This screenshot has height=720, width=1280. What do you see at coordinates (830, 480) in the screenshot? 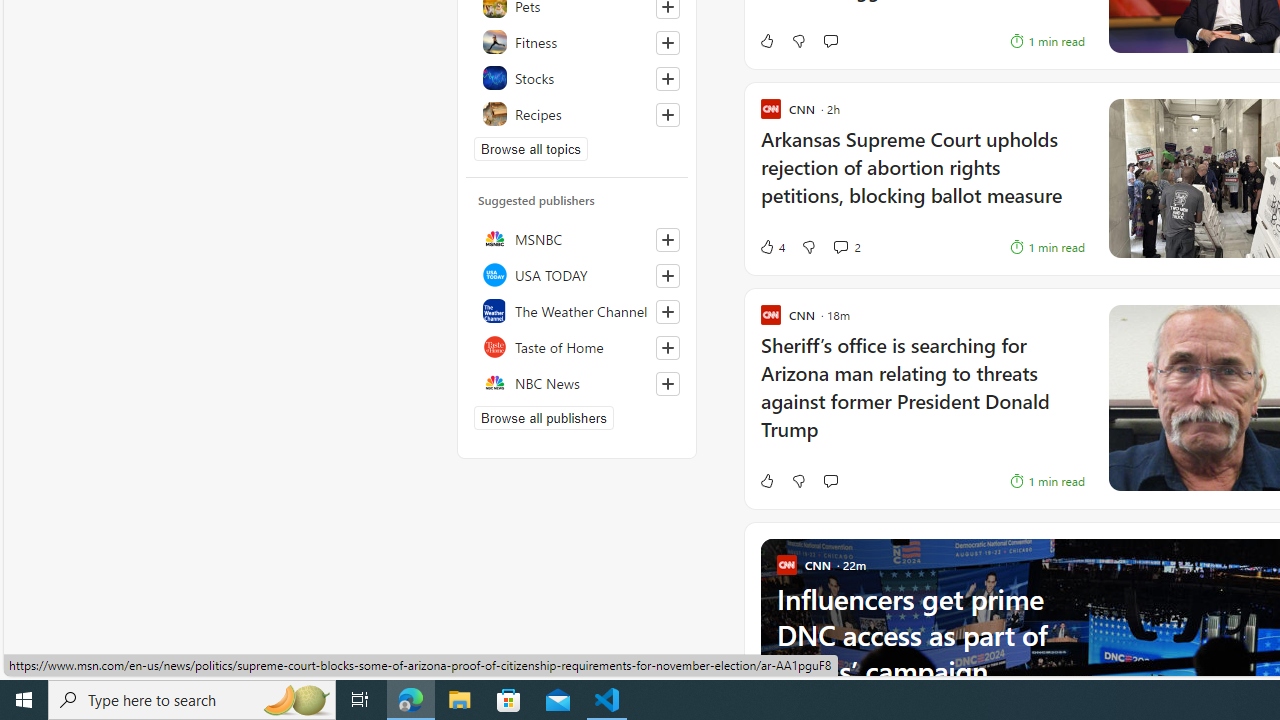
I see `'Start the conversation'` at bounding box center [830, 480].